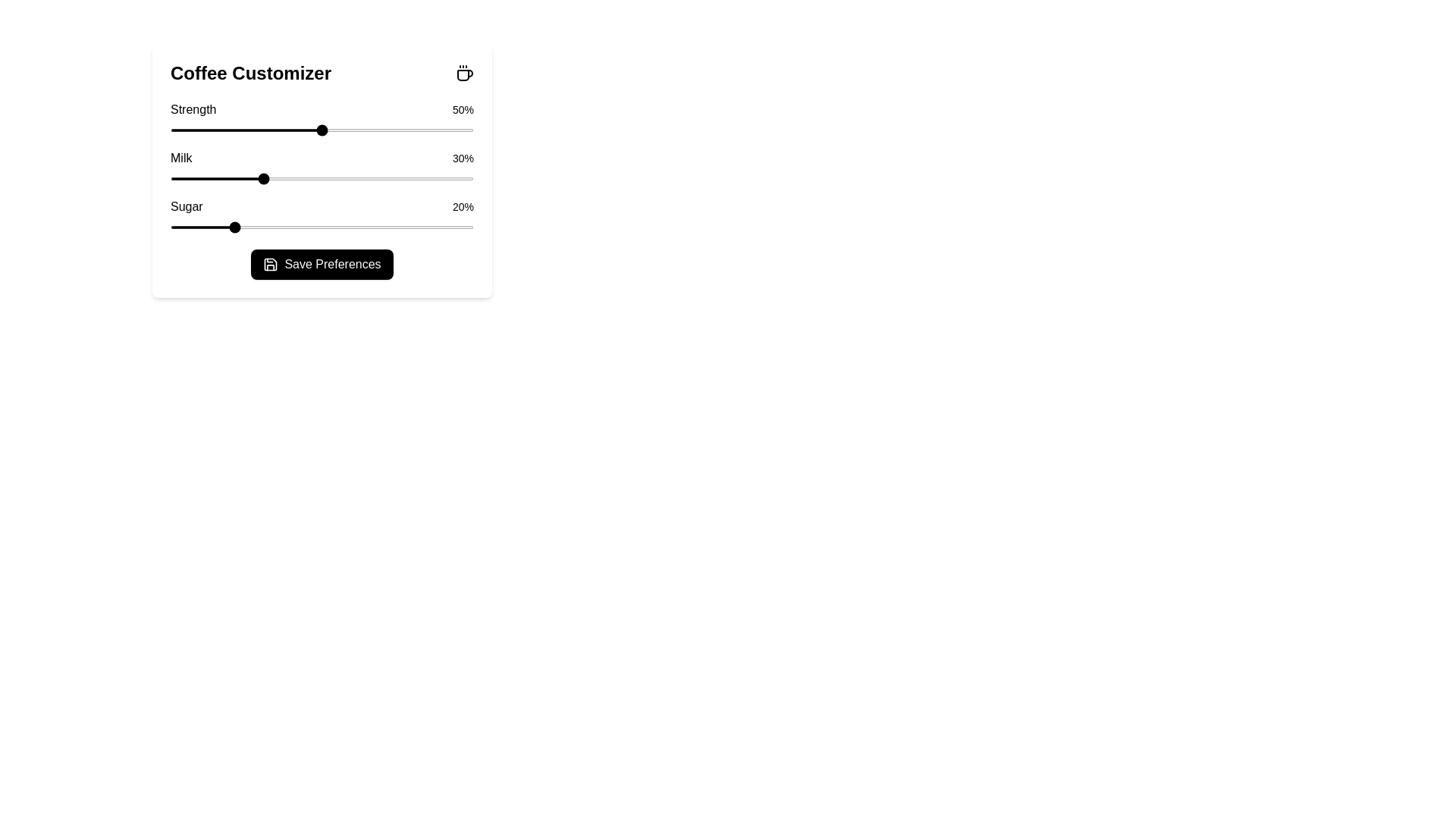 This screenshot has width=1456, height=819. I want to click on sugar level, so click(322, 227).